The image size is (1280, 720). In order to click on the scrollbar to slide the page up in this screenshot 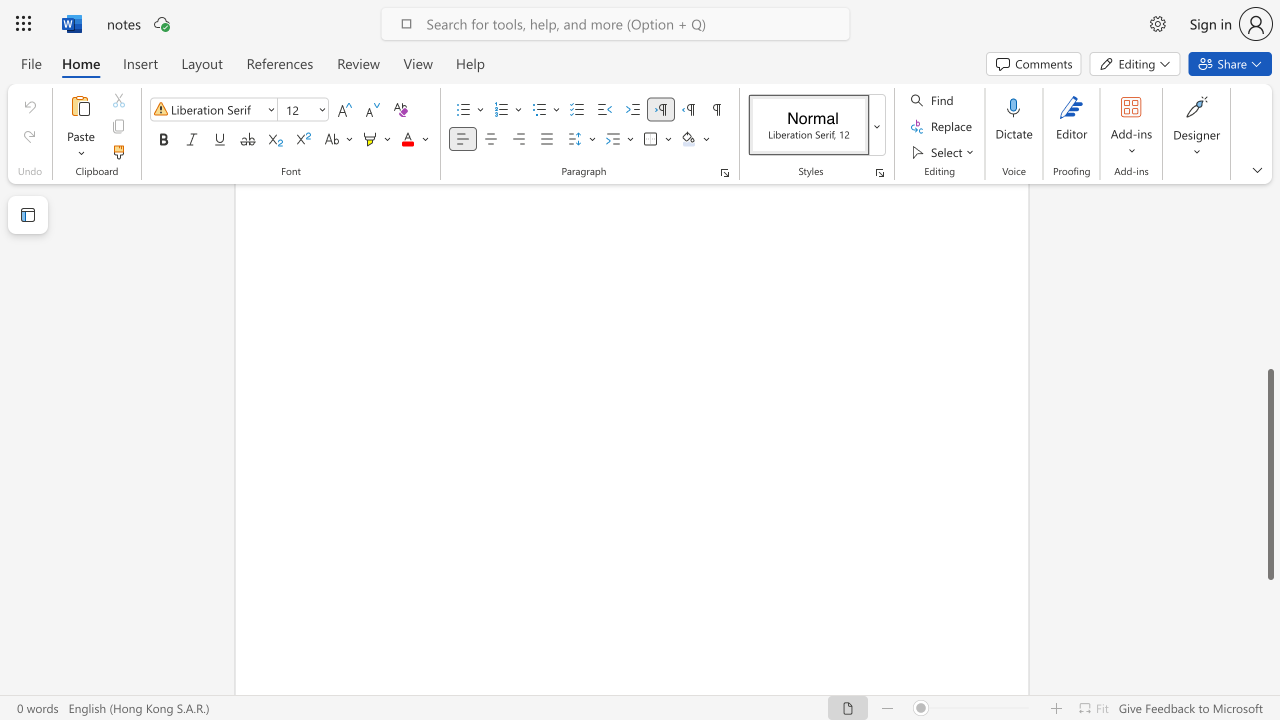, I will do `click(1269, 280)`.